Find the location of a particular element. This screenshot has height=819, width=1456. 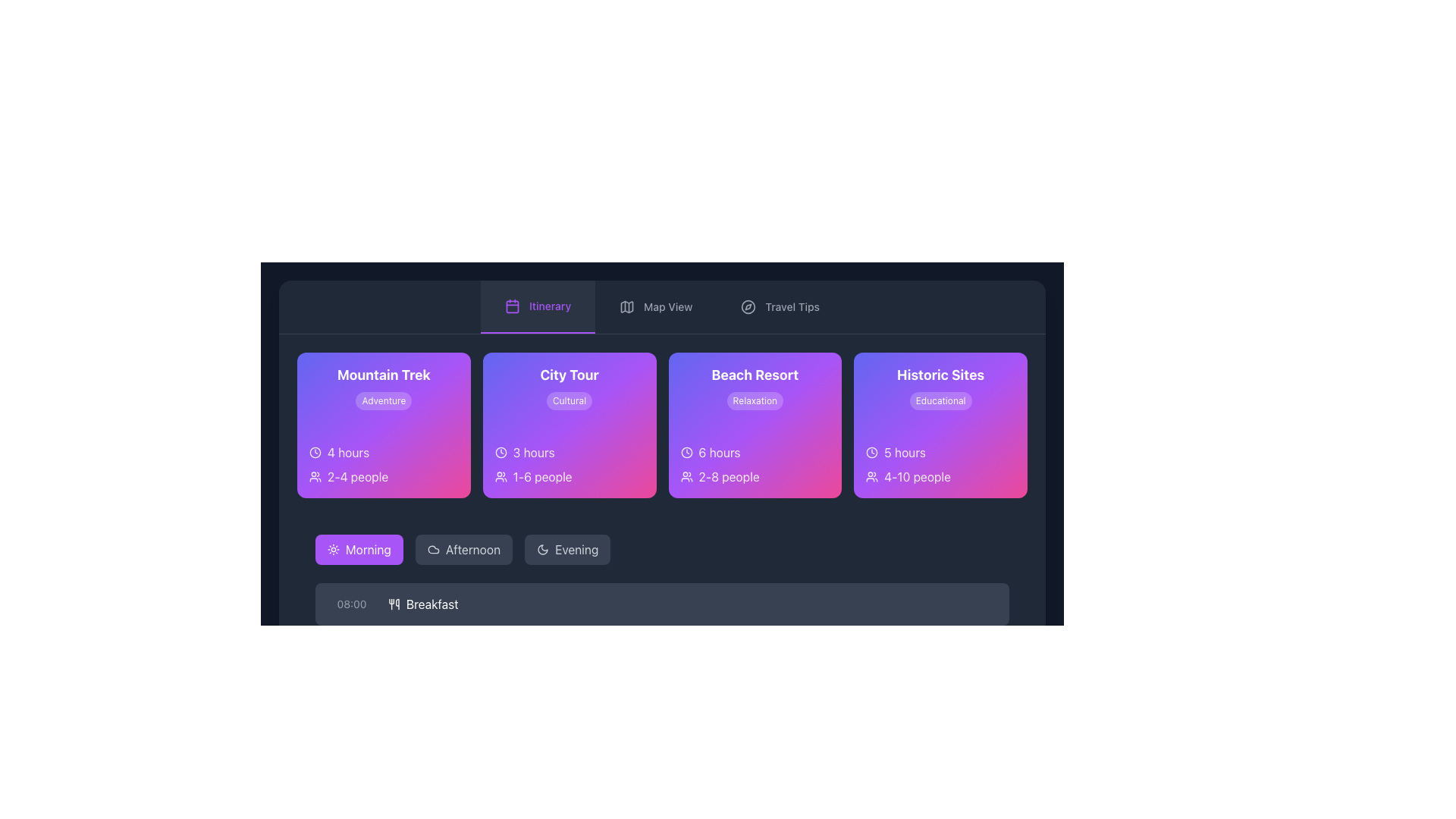

the text label indicating 'Historic Sites' at the top center of the fourth card labeled with 'Educational' is located at coordinates (940, 375).